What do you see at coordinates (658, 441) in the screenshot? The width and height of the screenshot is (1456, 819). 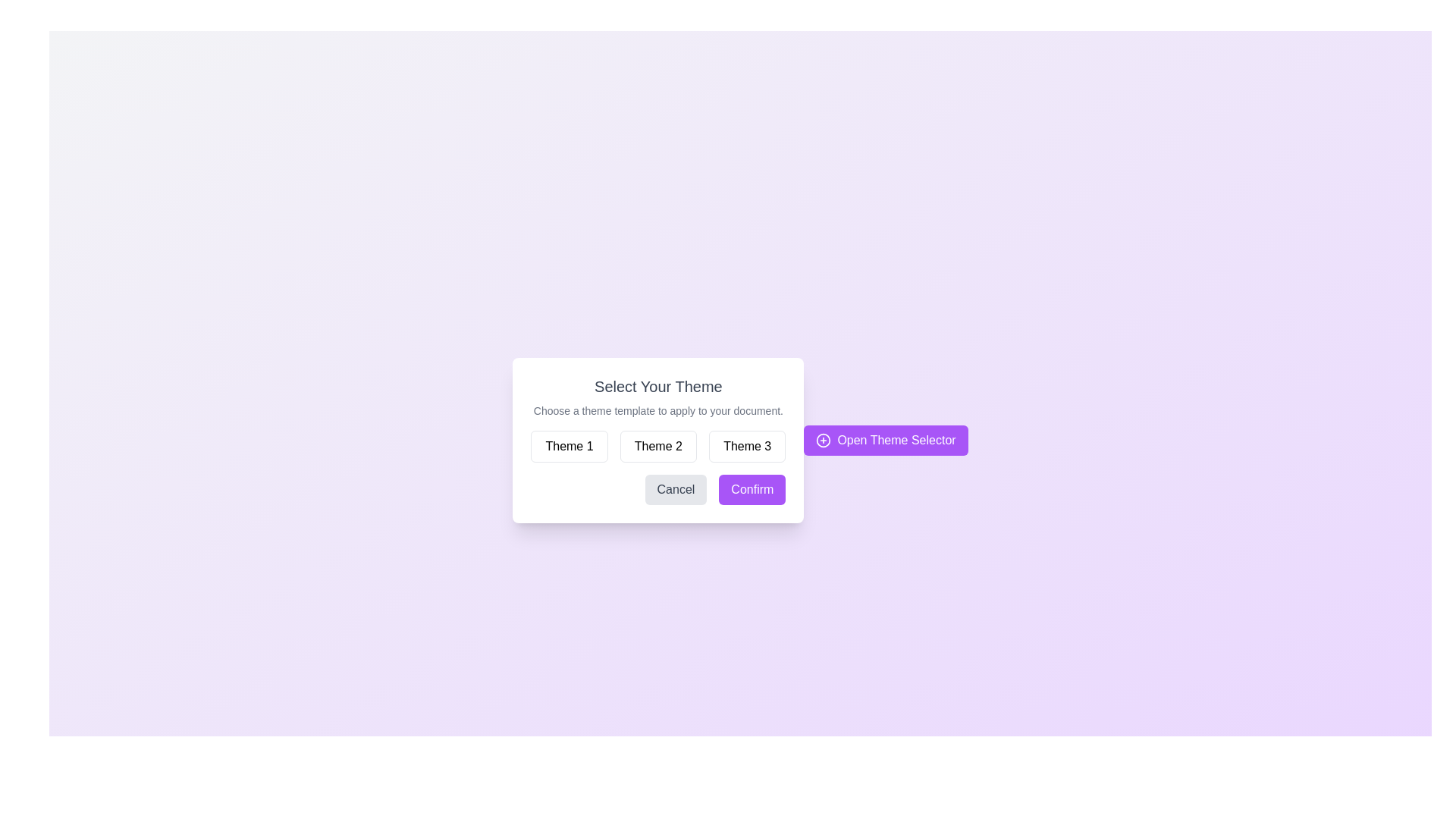 I see `the 'Theme 2' button` at bounding box center [658, 441].